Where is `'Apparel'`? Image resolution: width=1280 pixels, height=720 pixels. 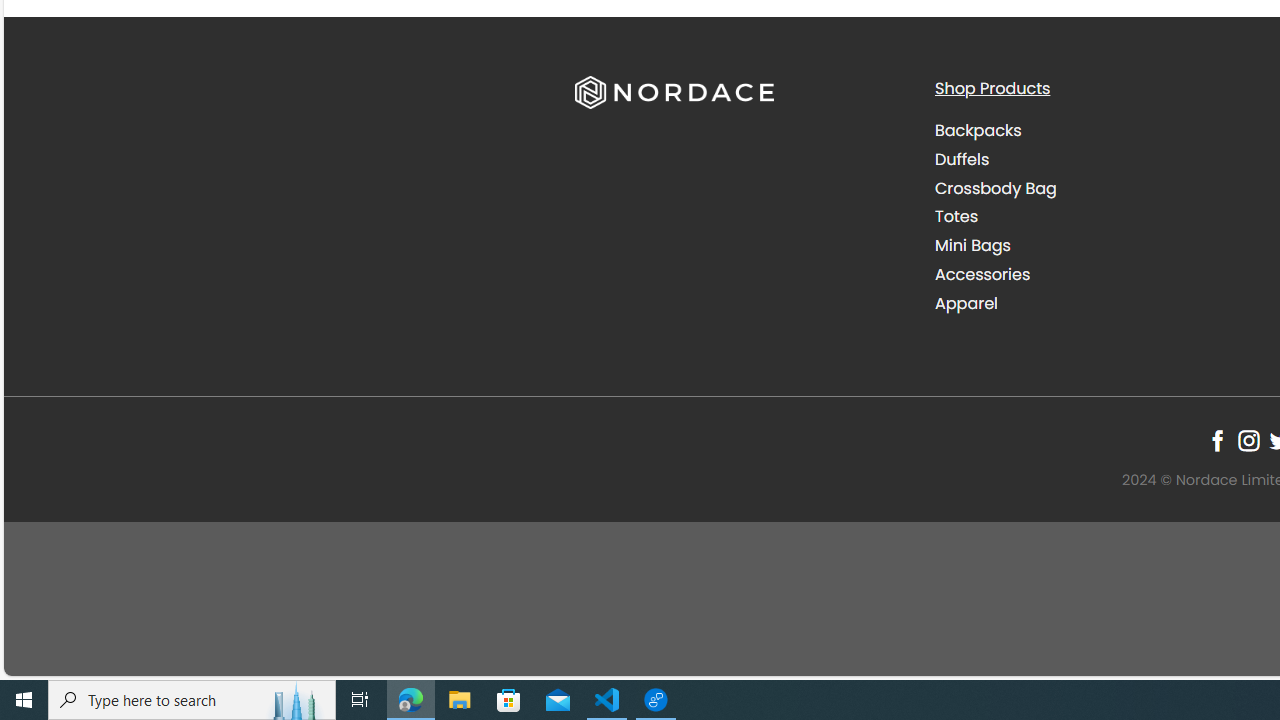
'Apparel' is located at coordinates (1098, 303).